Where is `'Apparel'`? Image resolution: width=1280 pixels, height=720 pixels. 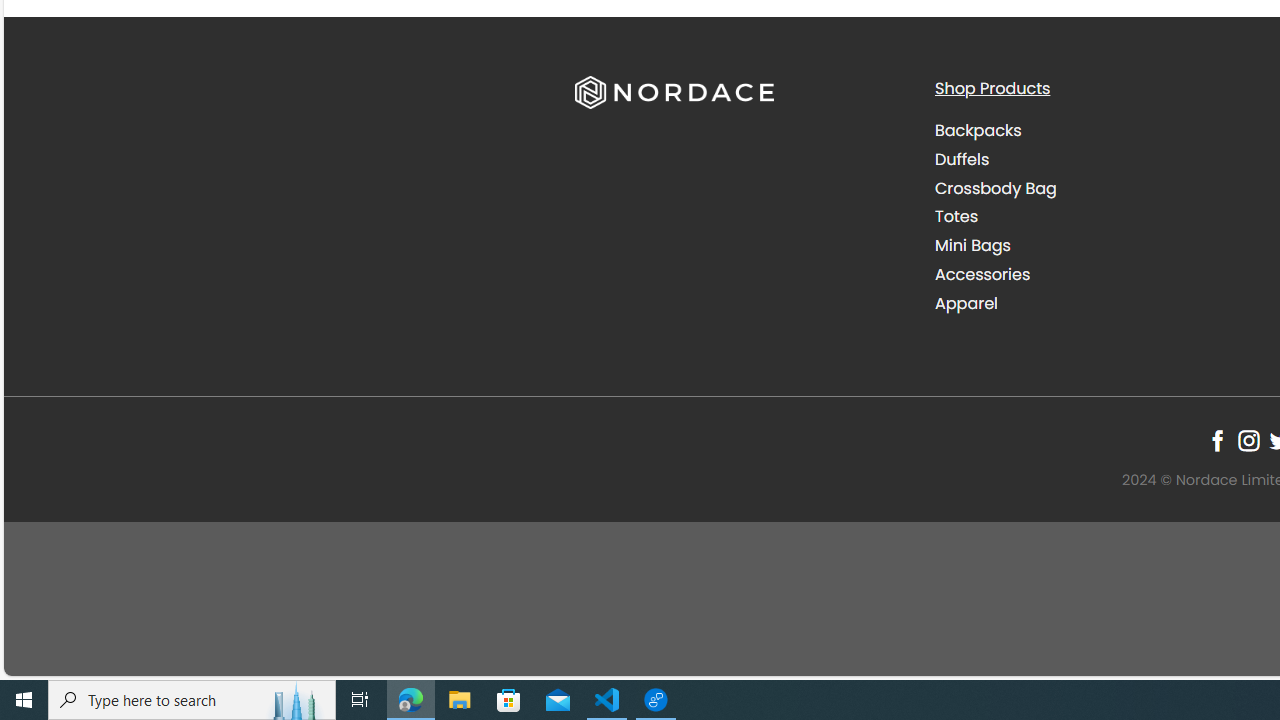
'Apparel' is located at coordinates (1098, 303).